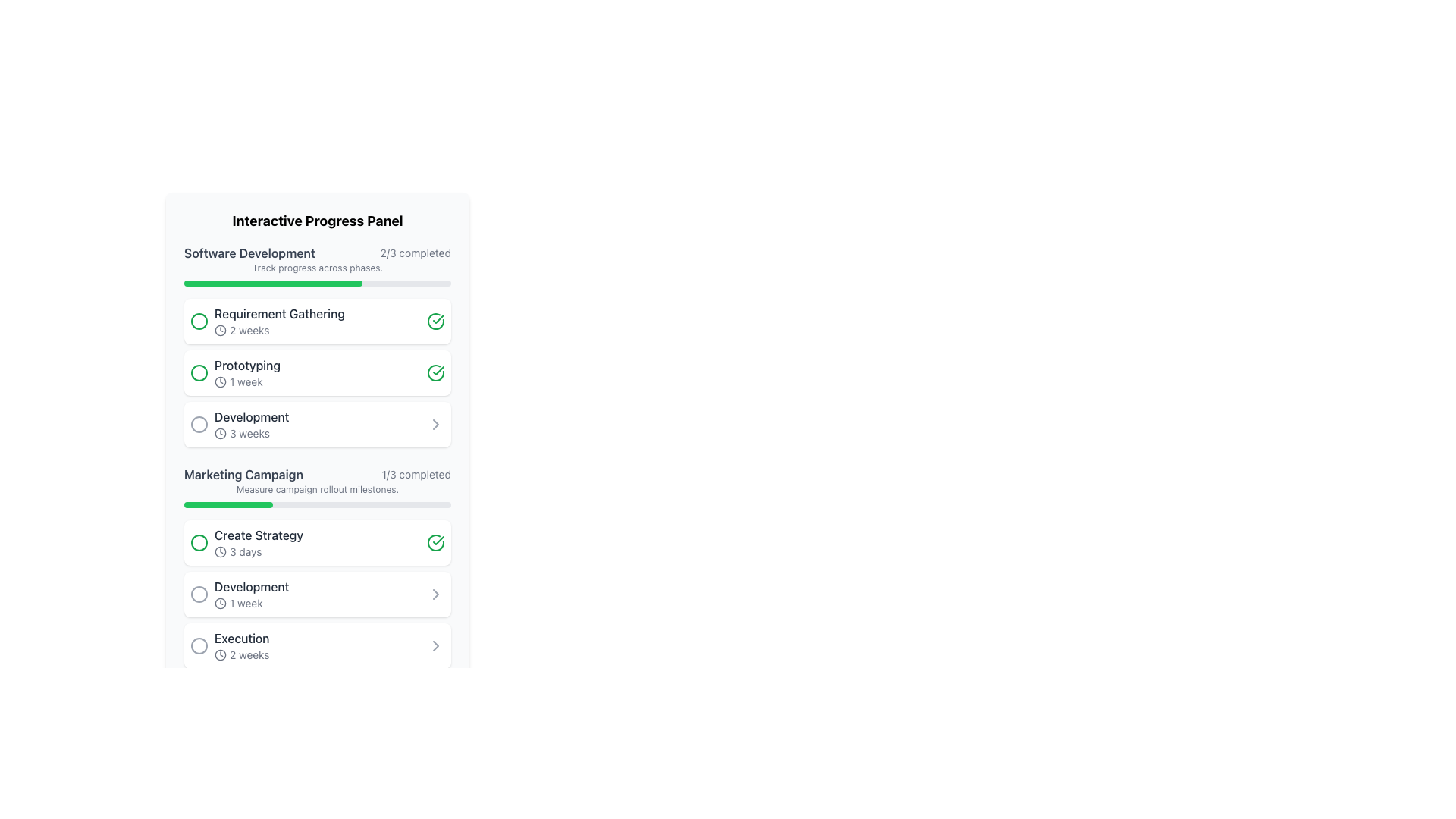 This screenshot has height=819, width=1456. What do you see at coordinates (416, 473) in the screenshot?
I see `completion status of the label indicating the completion of 1 out of 3 steps for the marketing campaign, positioned in the right segment of the row labeled 'Marketing Campaign'` at bounding box center [416, 473].